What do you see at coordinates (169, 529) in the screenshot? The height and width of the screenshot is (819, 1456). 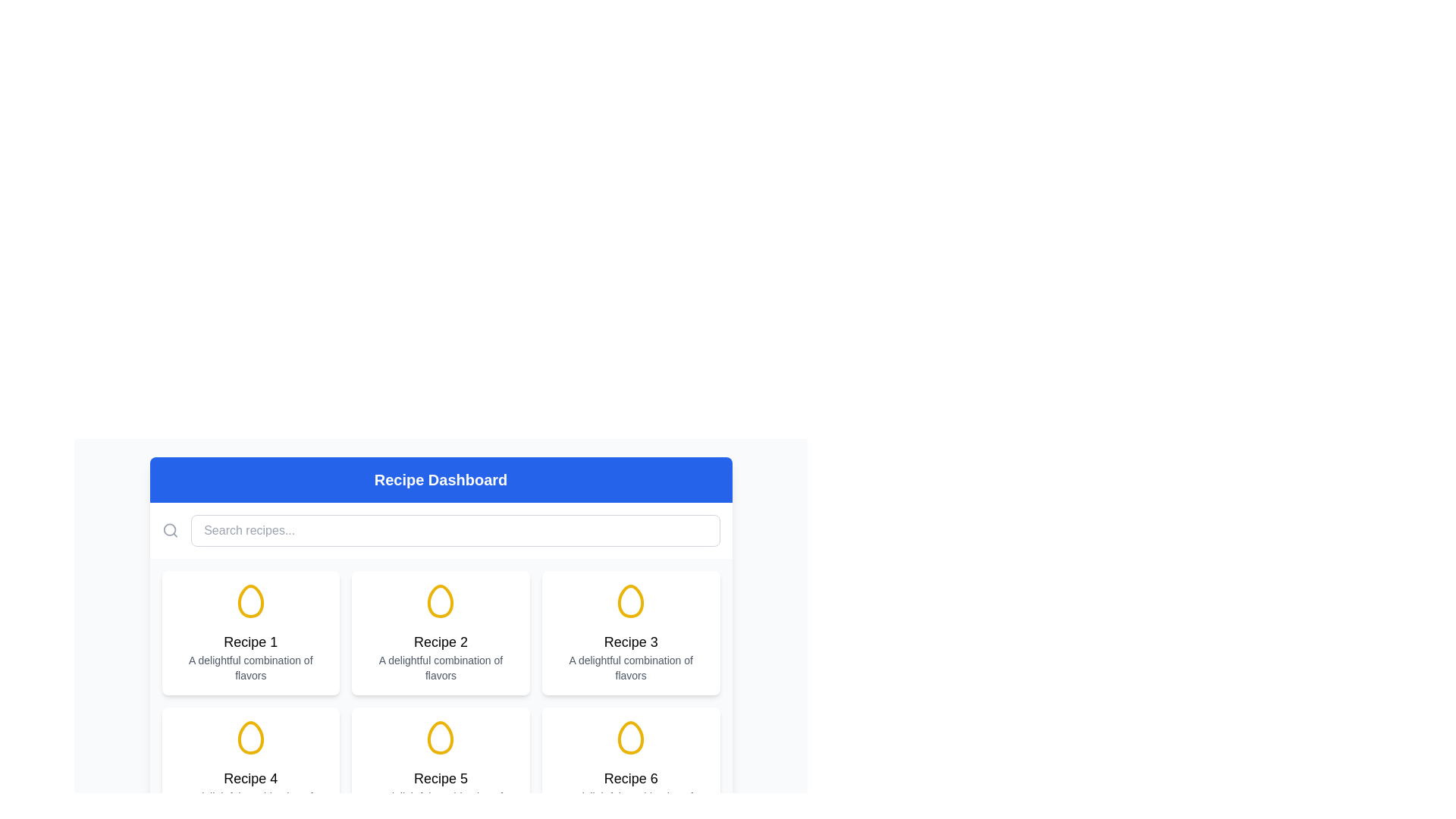 I see `the circular search icon located at the top left corner of the header bar, which is characterized by its minimalistic outlined design` at bounding box center [169, 529].